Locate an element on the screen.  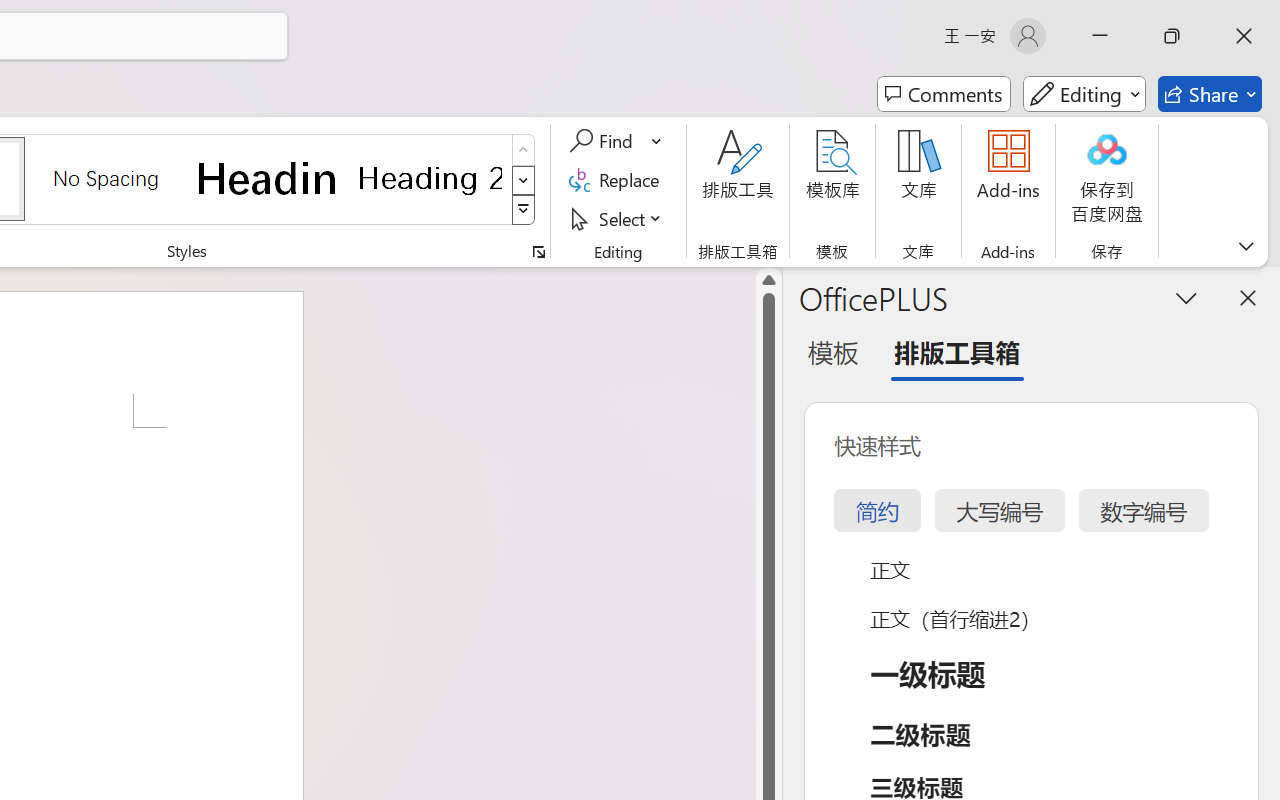
'Line up' is located at coordinates (768, 280).